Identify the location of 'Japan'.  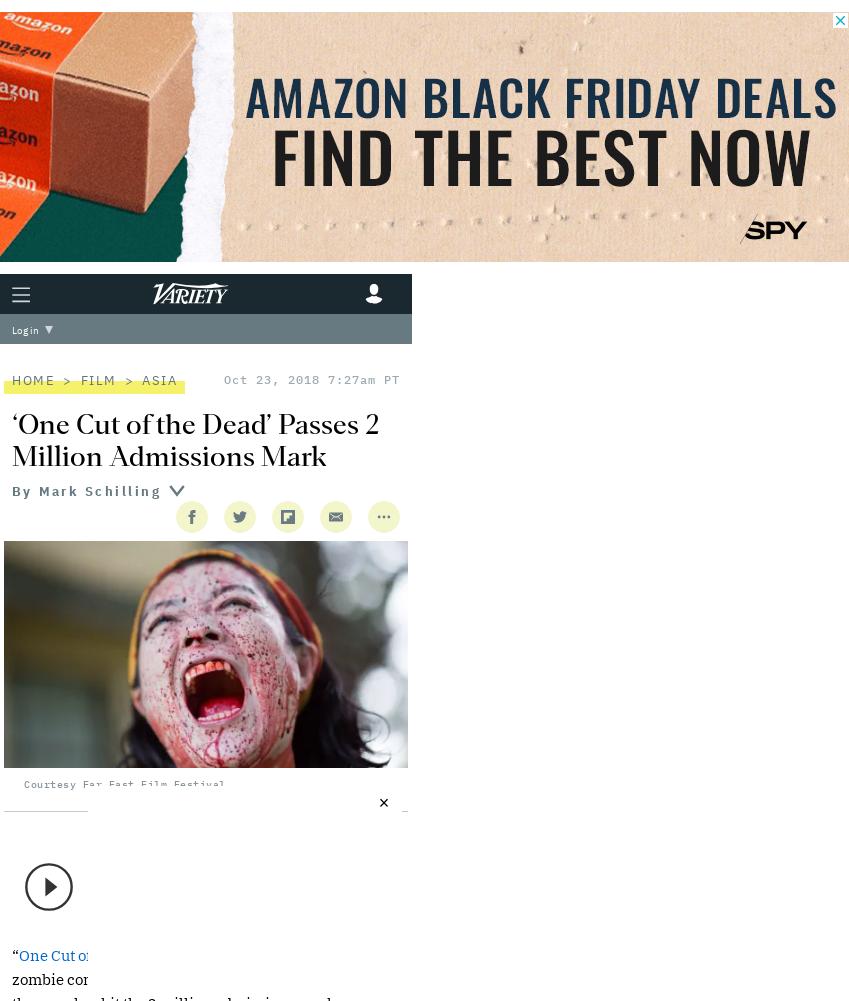
(189, 977).